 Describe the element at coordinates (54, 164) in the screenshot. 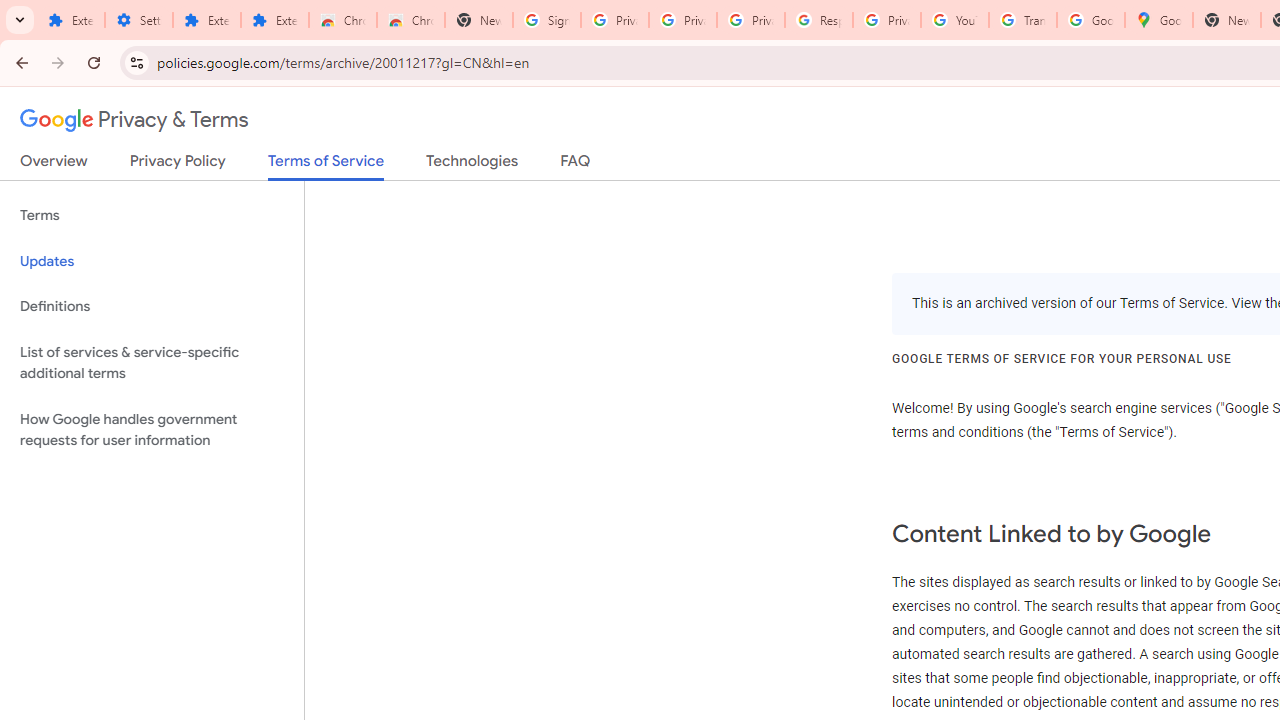

I see `'Overview'` at that location.